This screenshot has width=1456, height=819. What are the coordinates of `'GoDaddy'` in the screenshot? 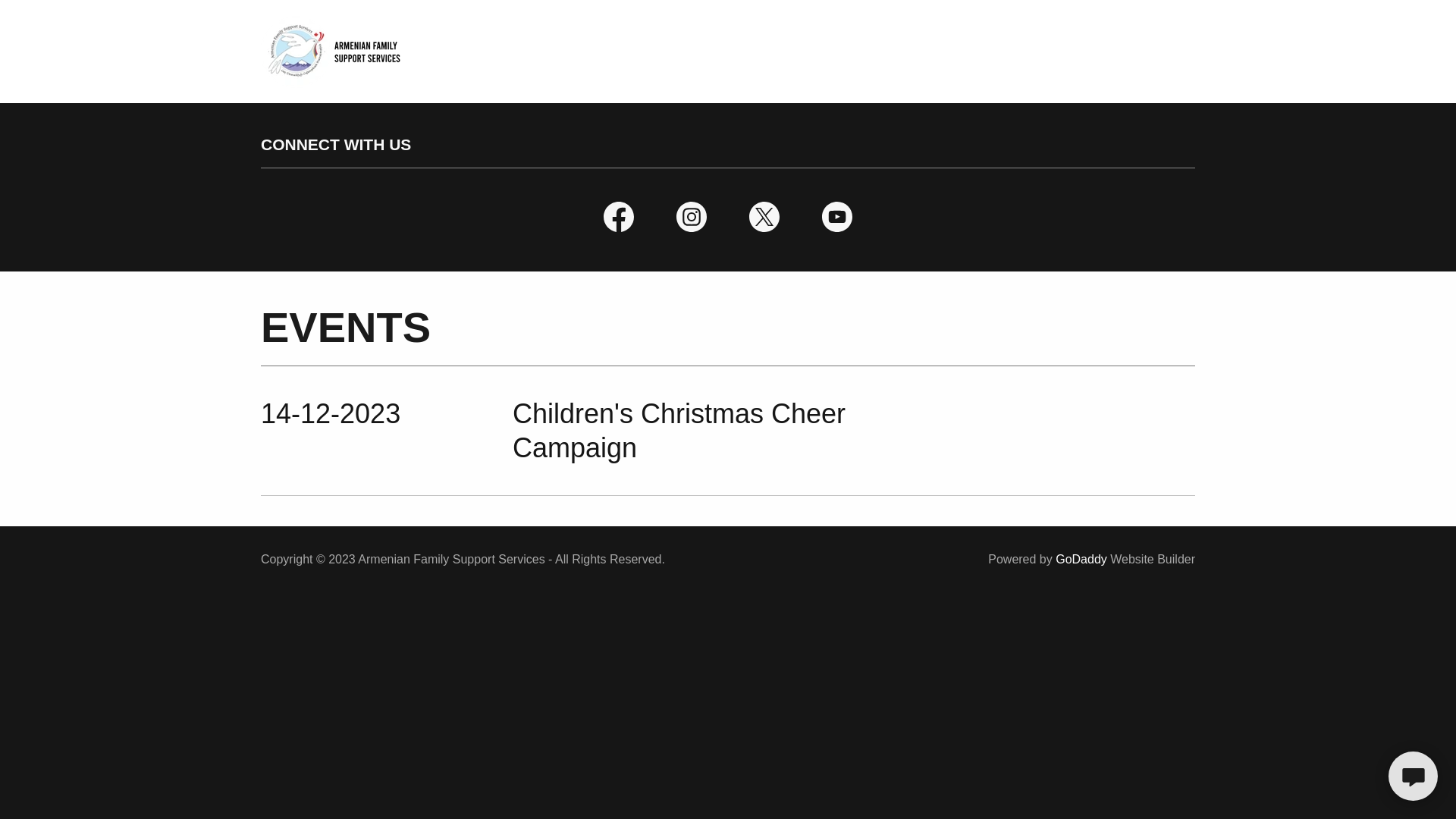 It's located at (1055, 559).